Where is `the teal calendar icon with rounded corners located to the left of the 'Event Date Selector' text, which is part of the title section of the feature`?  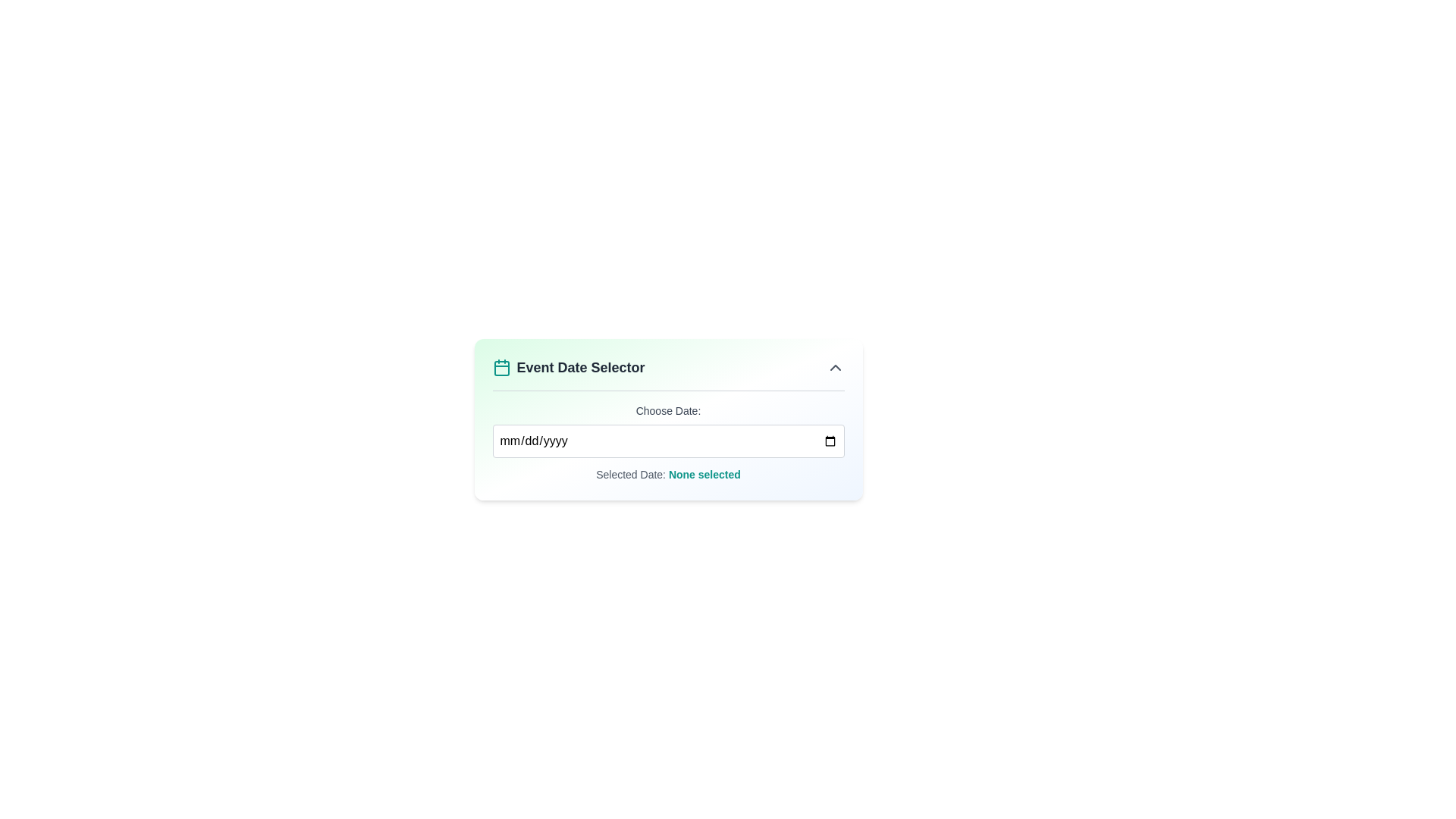
the teal calendar icon with rounded corners located to the left of the 'Event Date Selector' text, which is part of the title section of the feature is located at coordinates (501, 368).